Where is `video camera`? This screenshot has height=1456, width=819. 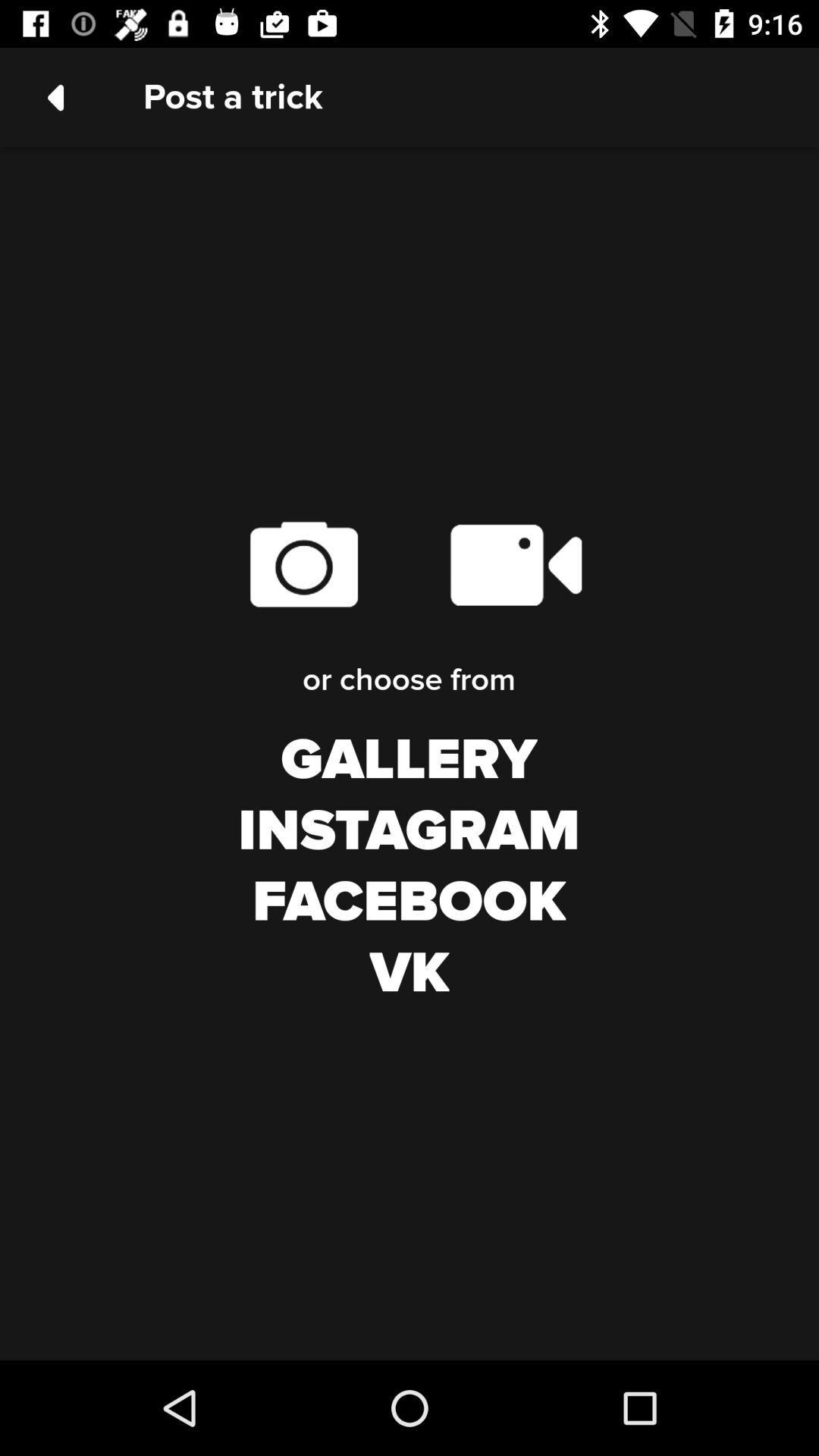
video camera is located at coordinates (514, 563).